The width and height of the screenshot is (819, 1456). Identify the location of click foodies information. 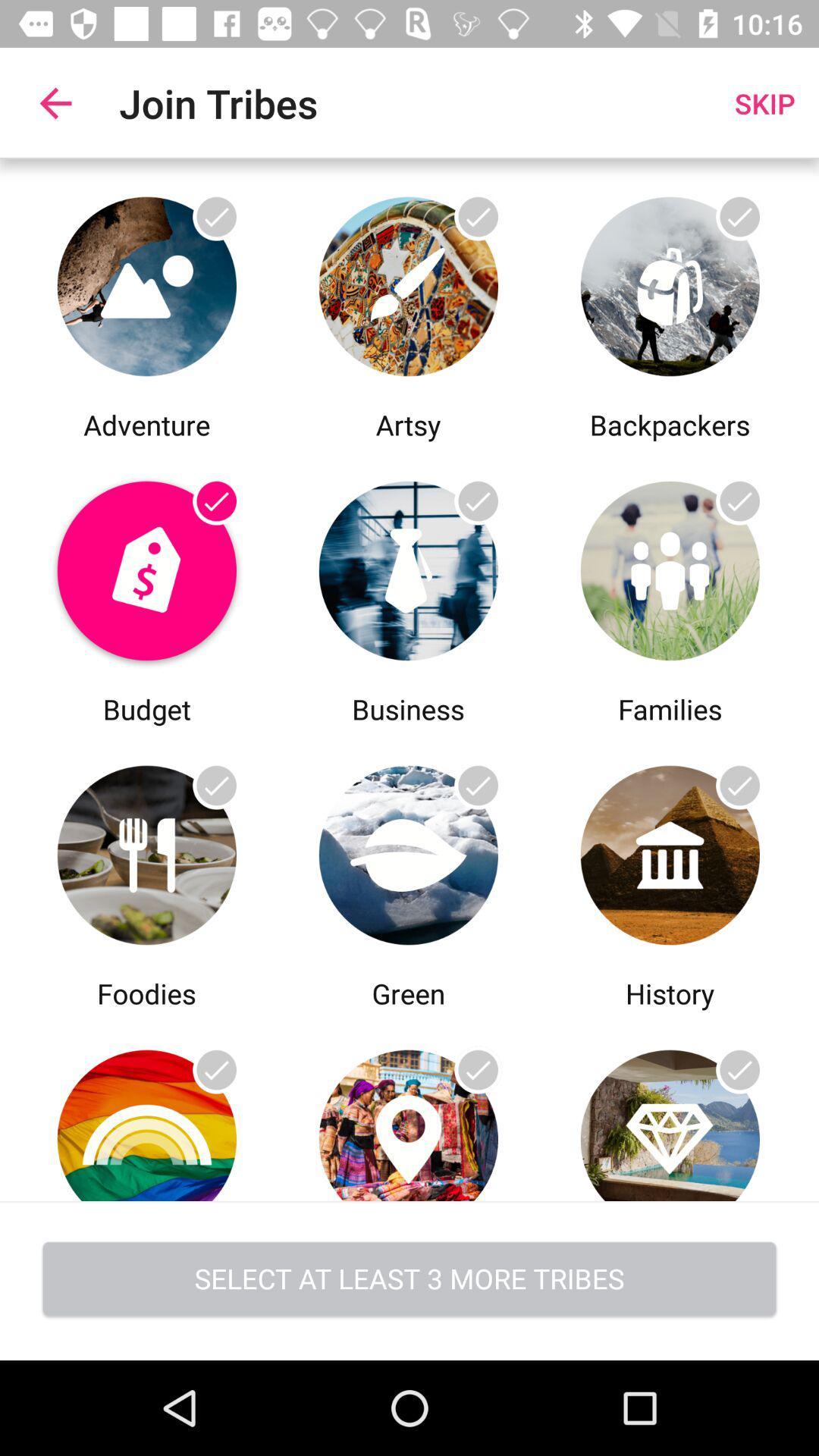
(146, 851).